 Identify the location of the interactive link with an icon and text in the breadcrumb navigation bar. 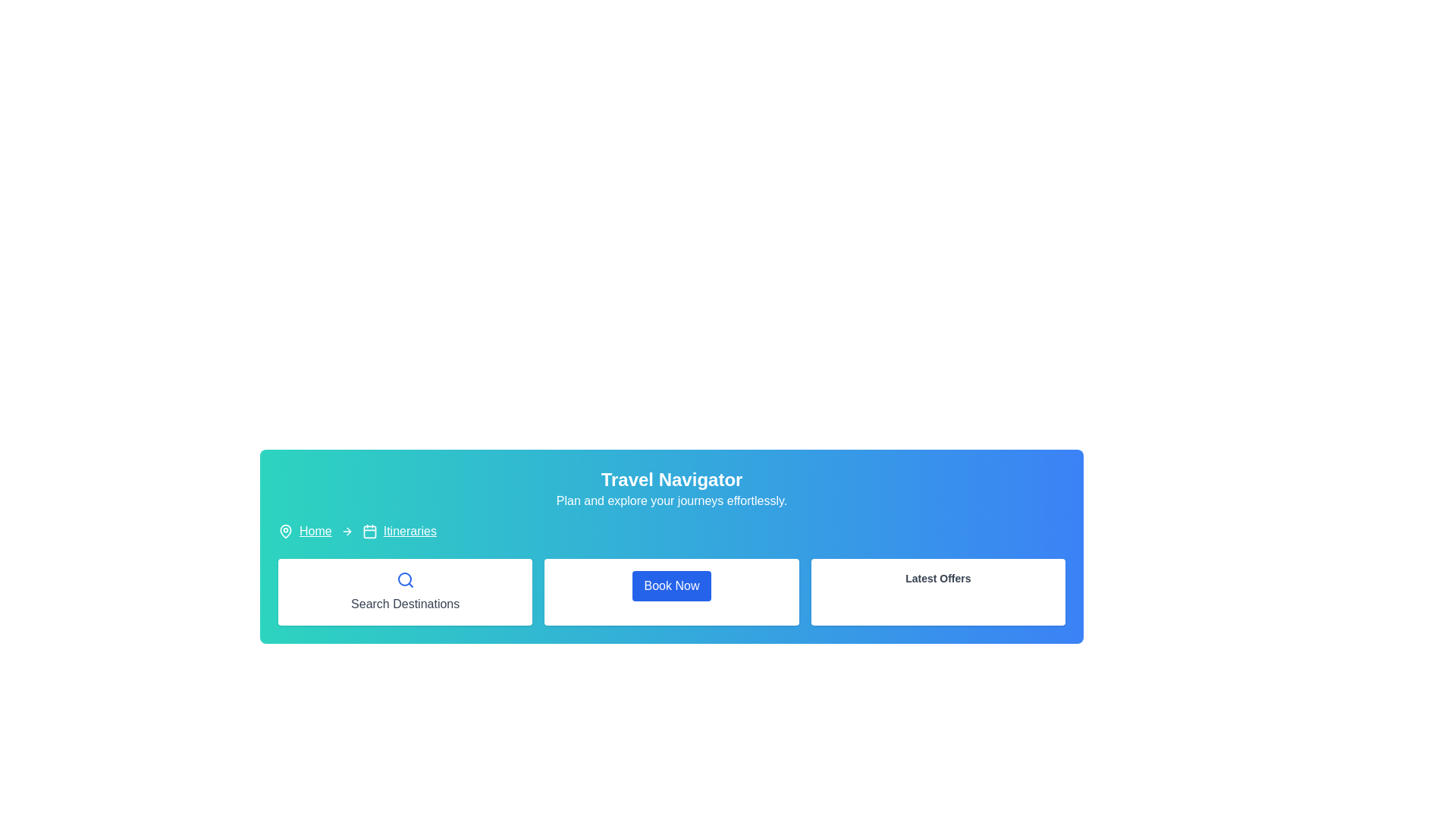
(399, 531).